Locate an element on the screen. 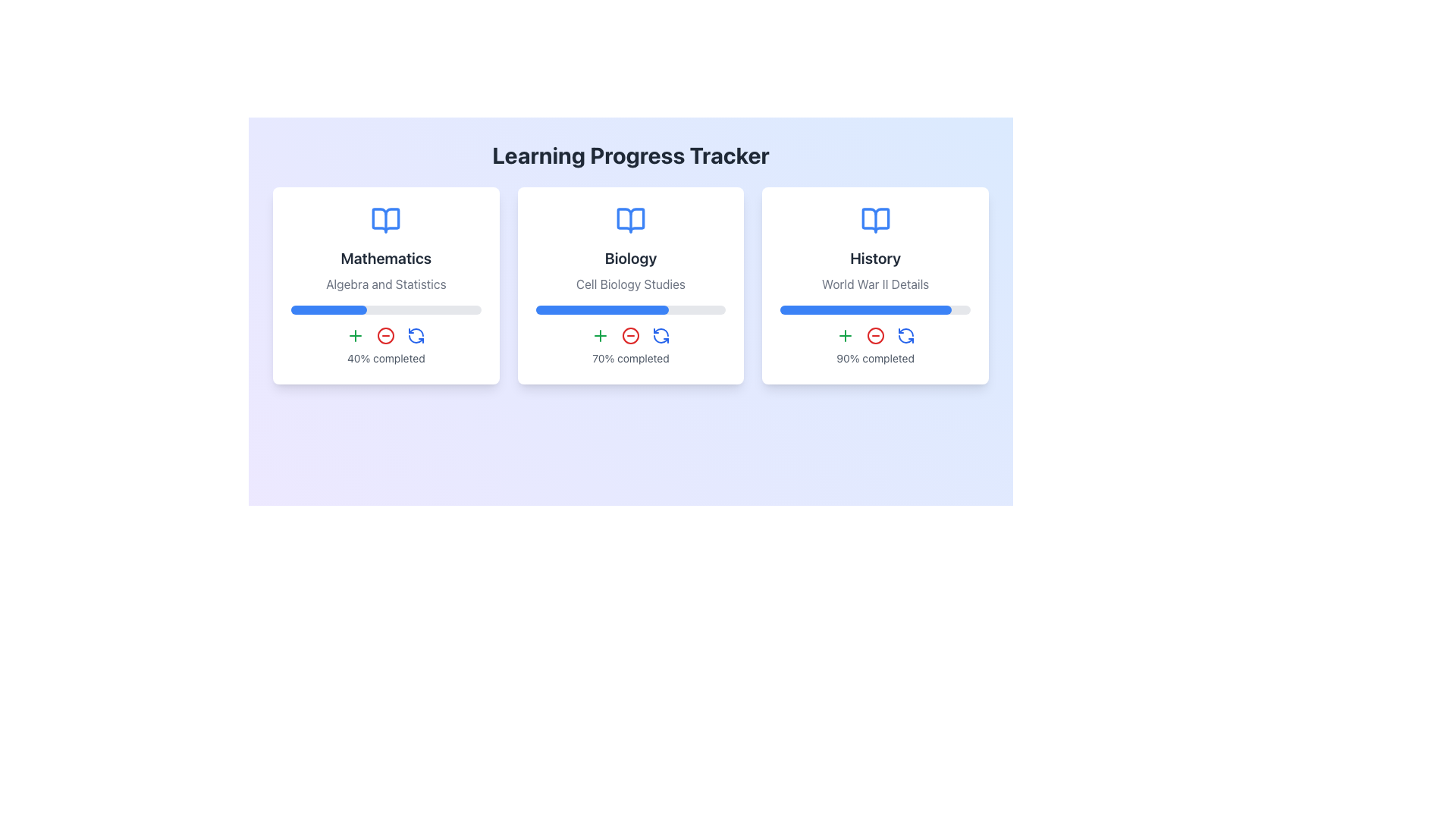  the static text label indicating the completion progress of the 'Biology' course, located at the bottom of the 'Biology' card is located at coordinates (630, 359).